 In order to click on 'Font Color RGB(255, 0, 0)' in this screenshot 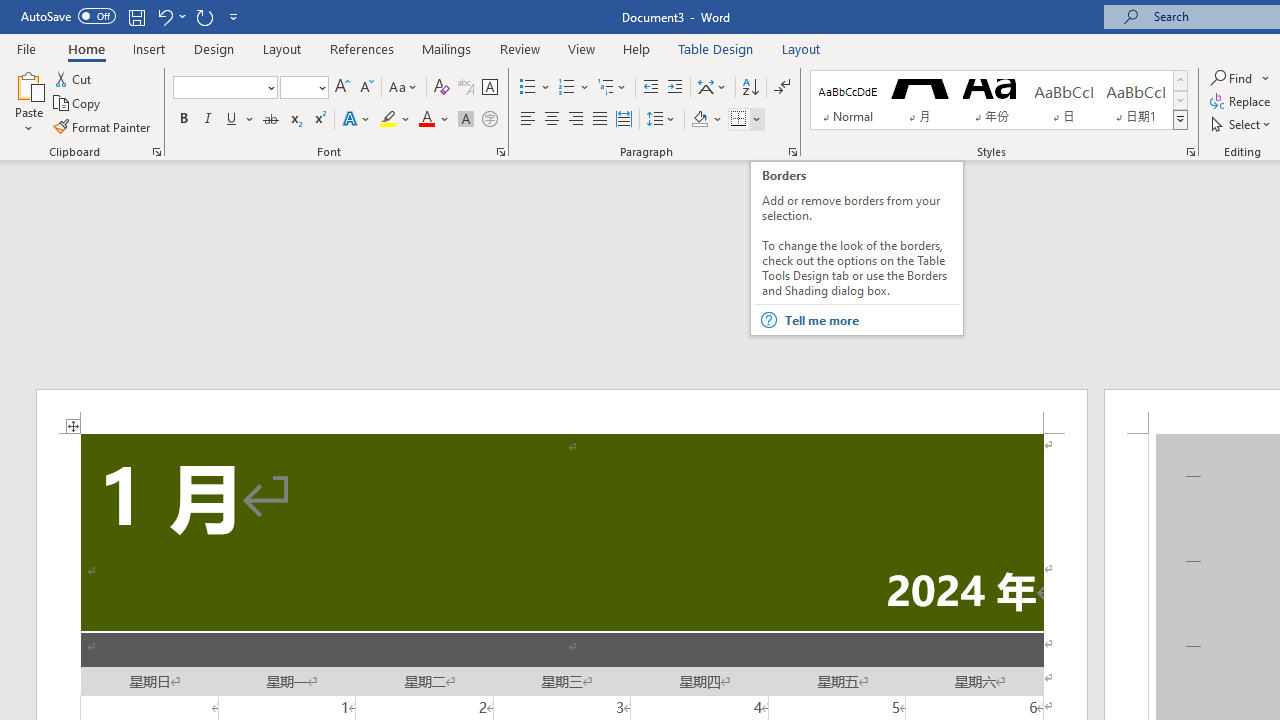, I will do `click(425, 119)`.